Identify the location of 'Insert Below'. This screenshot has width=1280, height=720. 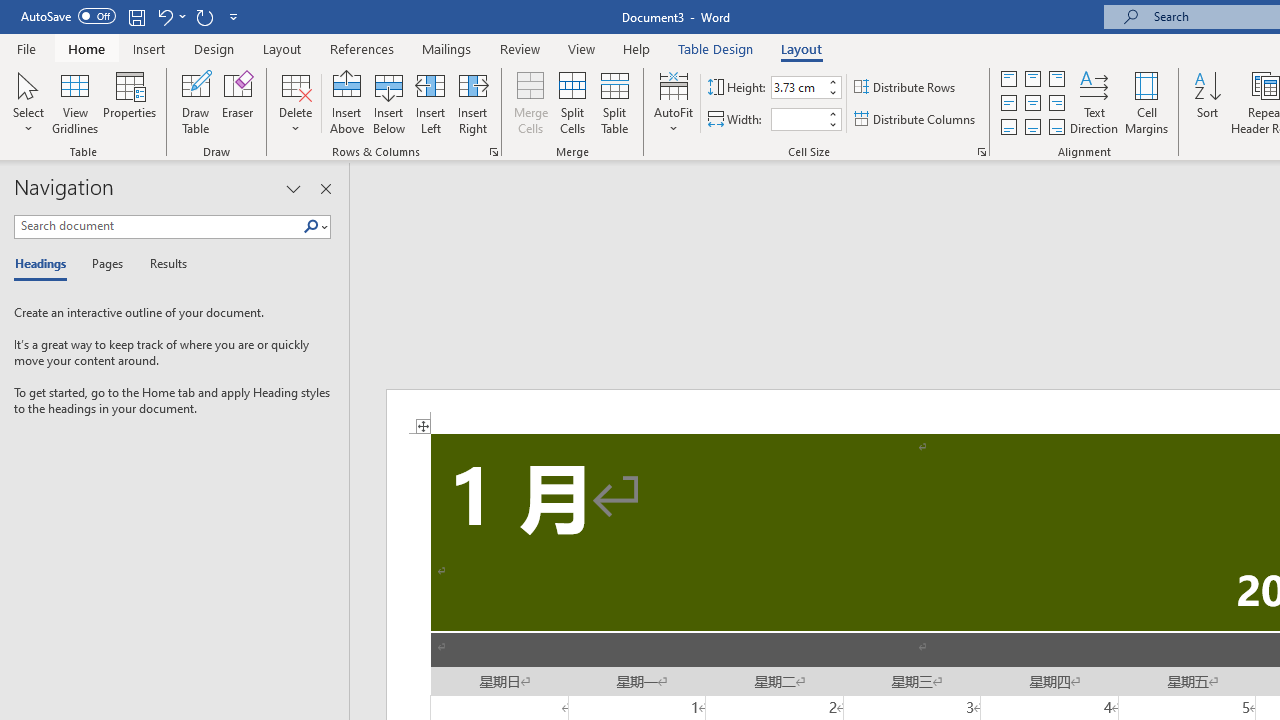
(389, 103).